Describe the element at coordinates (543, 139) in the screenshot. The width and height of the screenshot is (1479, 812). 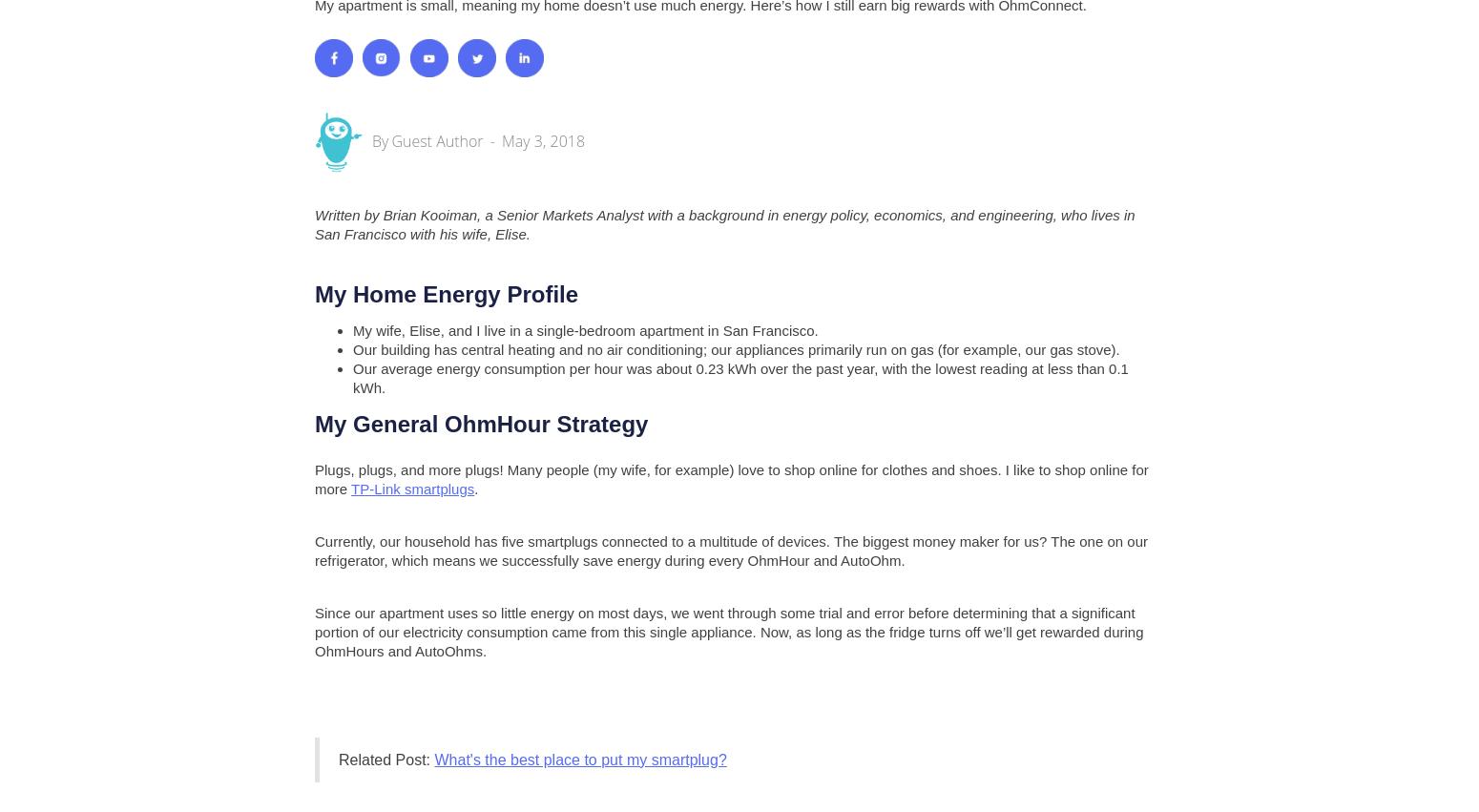
I see `'May 3, 2018'` at that location.